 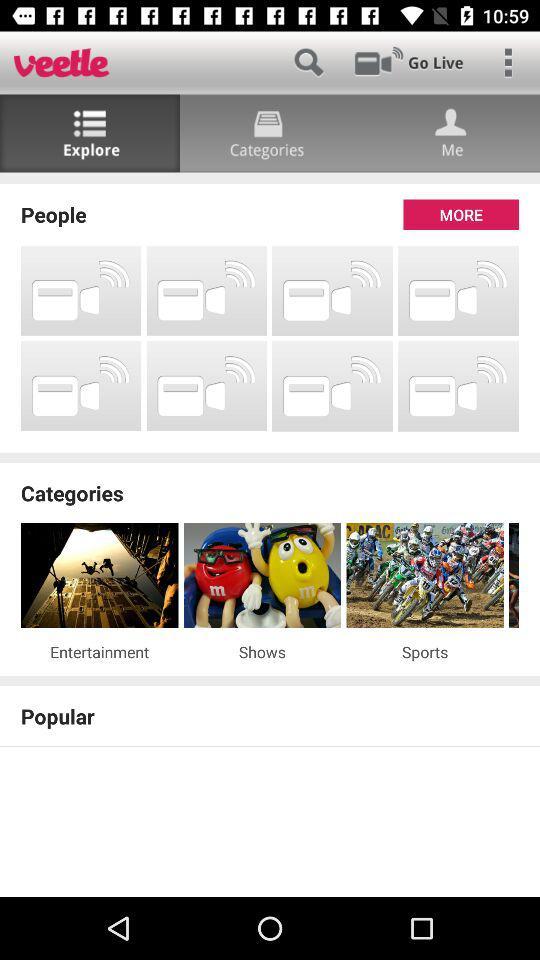 What do you see at coordinates (205, 289) in the screenshot?
I see `app below the people item` at bounding box center [205, 289].